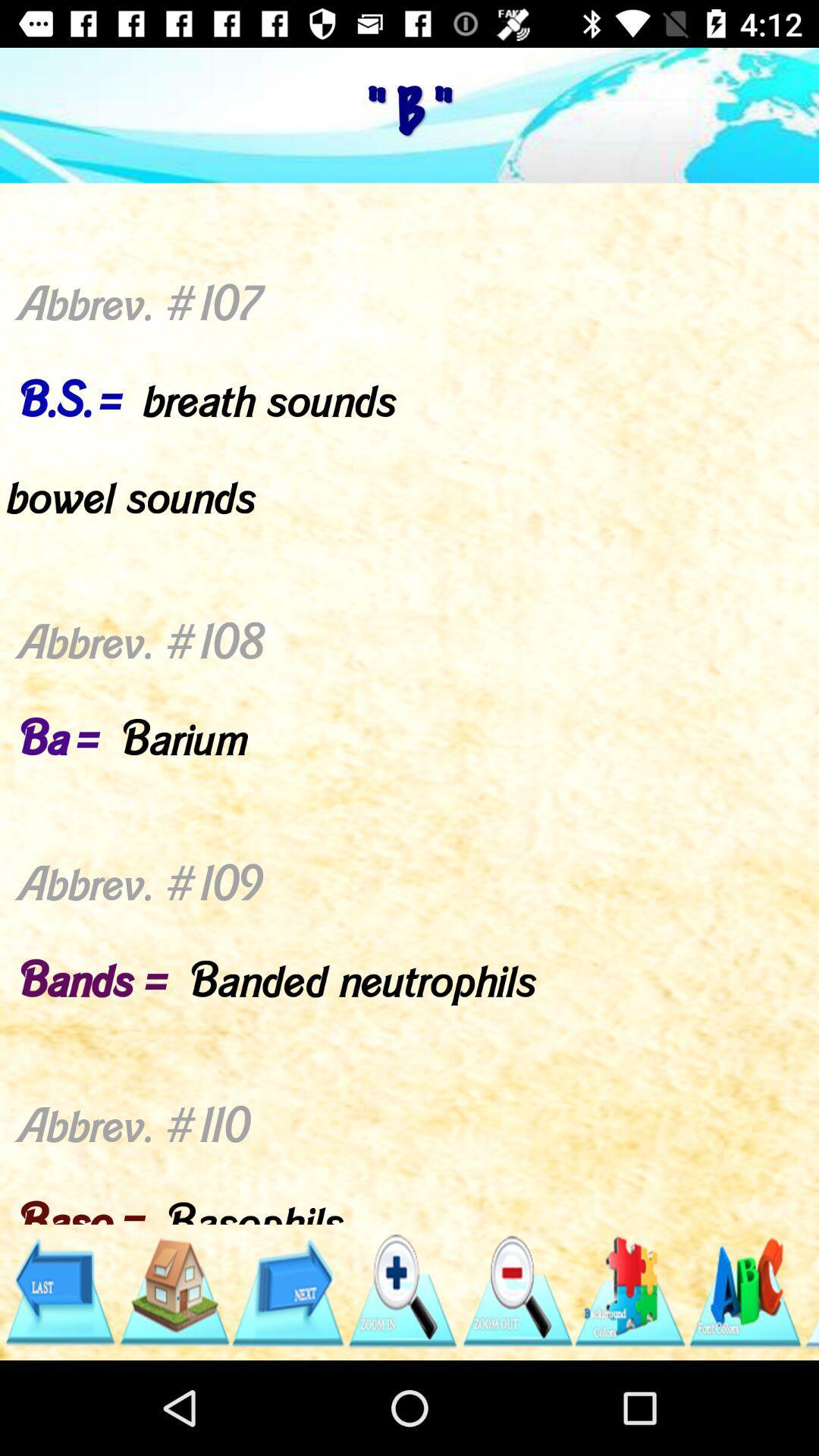 The image size is (819, 1456). I want to click on next navigation, so click(287, 1291).